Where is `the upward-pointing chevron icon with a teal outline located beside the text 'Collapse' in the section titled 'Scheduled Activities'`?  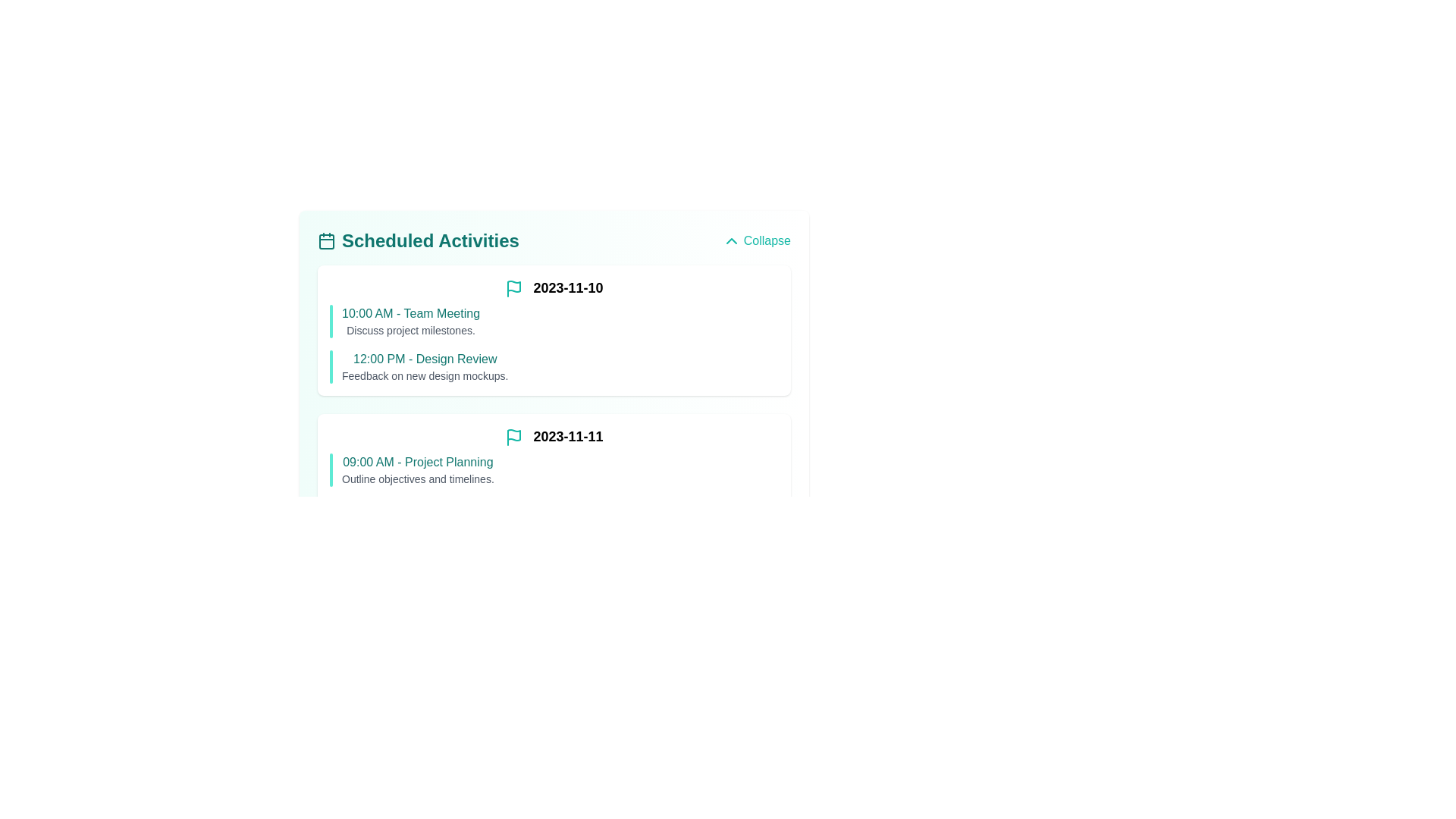 the upward-pointing chevron icon with a teal outline located beside the text 'Collapse' in the section titled 'Scheduled Activities' is located at coordinates (731, 240).